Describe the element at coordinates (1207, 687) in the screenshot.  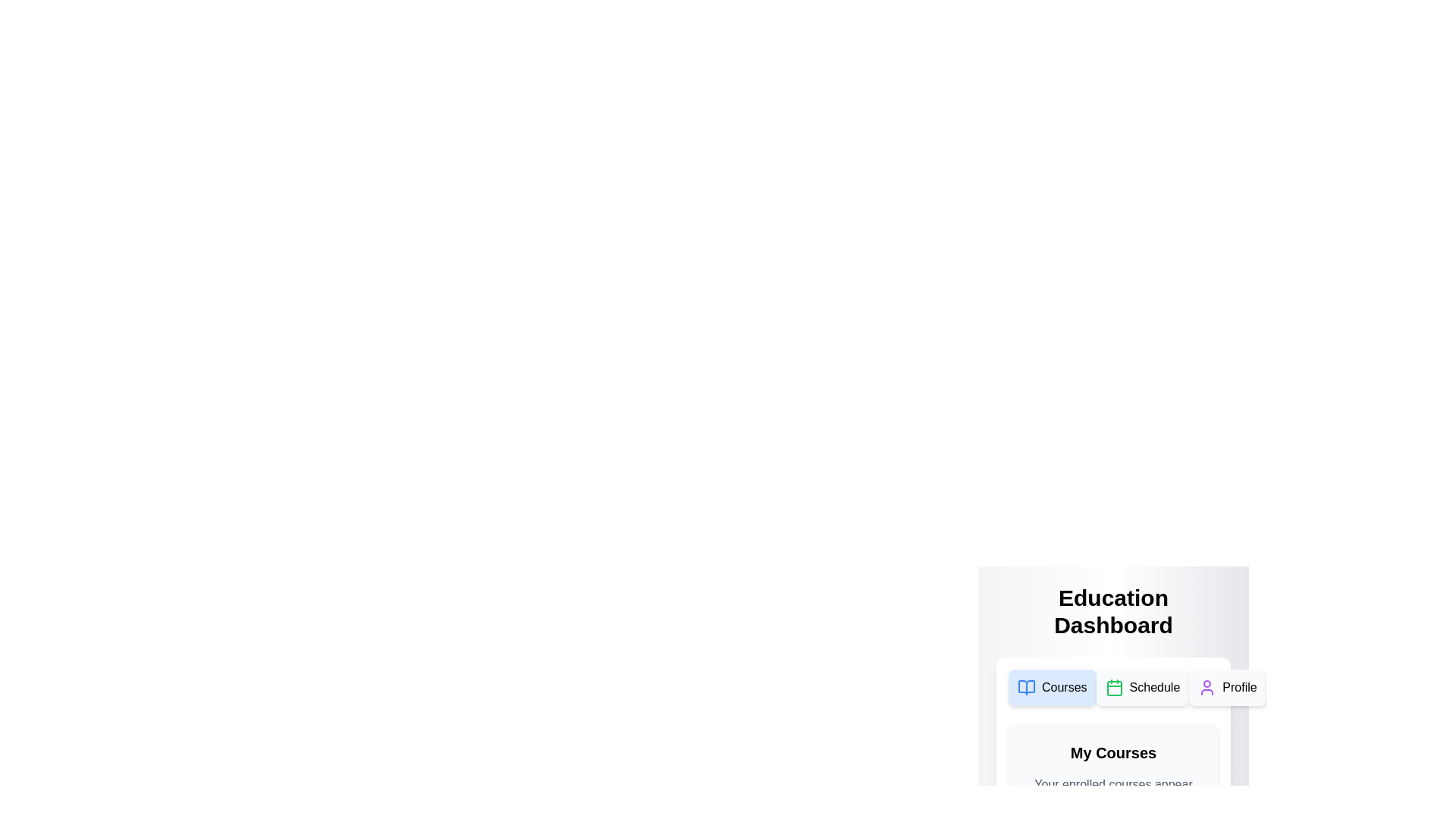
I see `the Profile button, which features a purple user profile icon and is the rightmost button in the navigation menu` at that location.